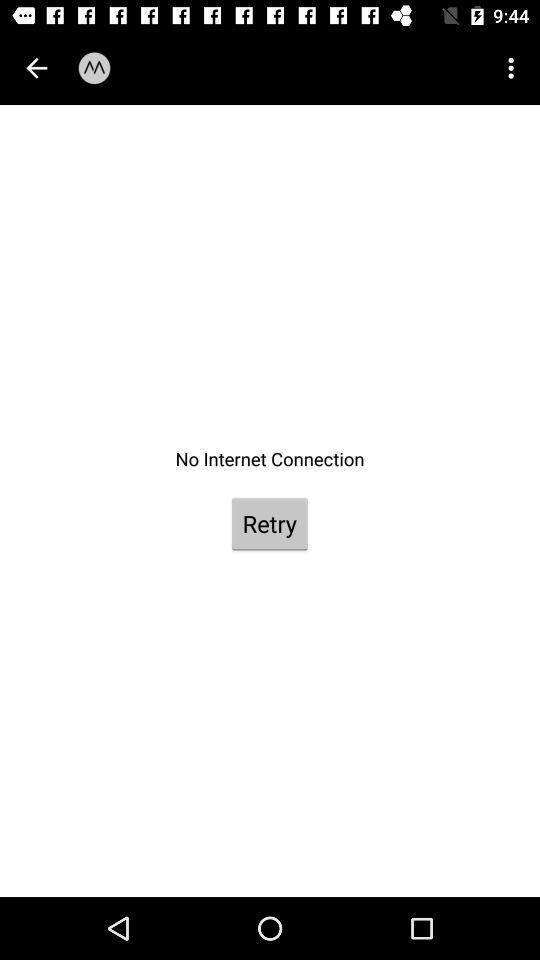 This screenshot has width=540, height=960. I want to click on the item below no internet connection icon, so click(269, 522).